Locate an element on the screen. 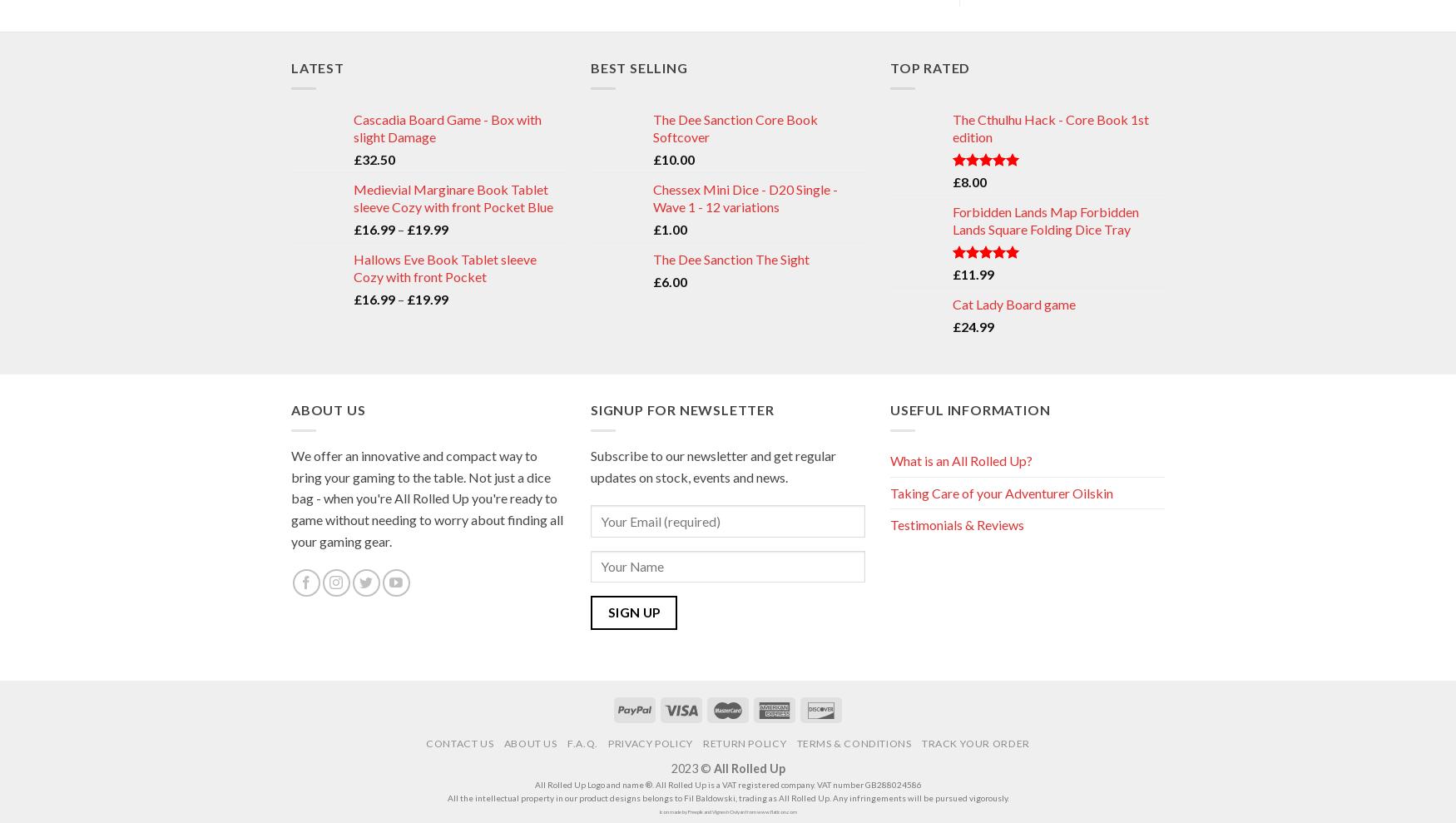 This screenshot has width=1456, height=823. 'Forbidden Lands Map Forbidden Lands Square Folding Dice Tray' is located at coordinates (1045, 219).